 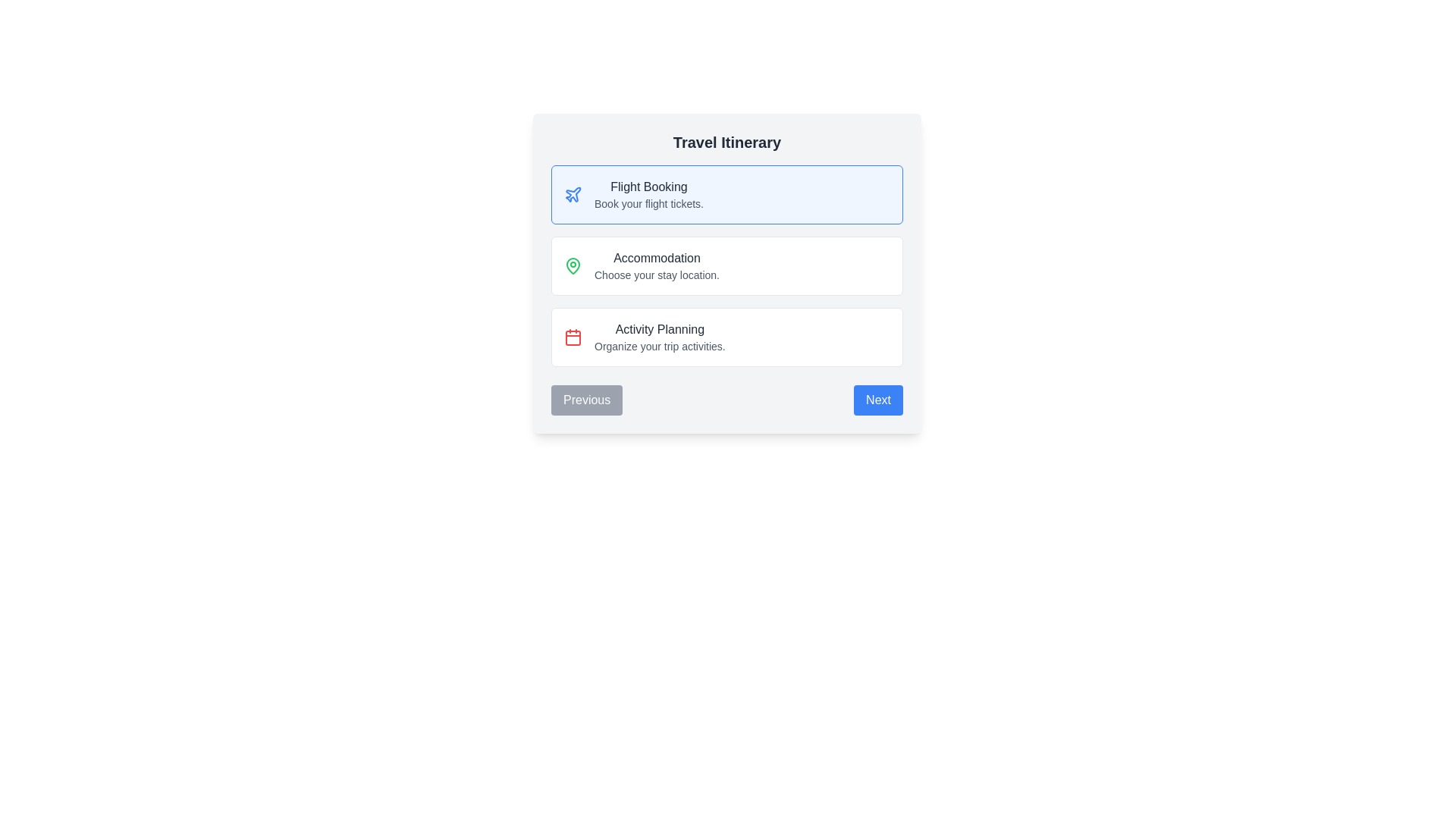 What do you see at coordinates (660, 336) in the screenshot?
I see `the text element titled 'Activity Planning' which includes the subtitle 'Organize your trip activities.' located within the third card under the 'Travel Itinerary' header` at bounding box center [660, 336].